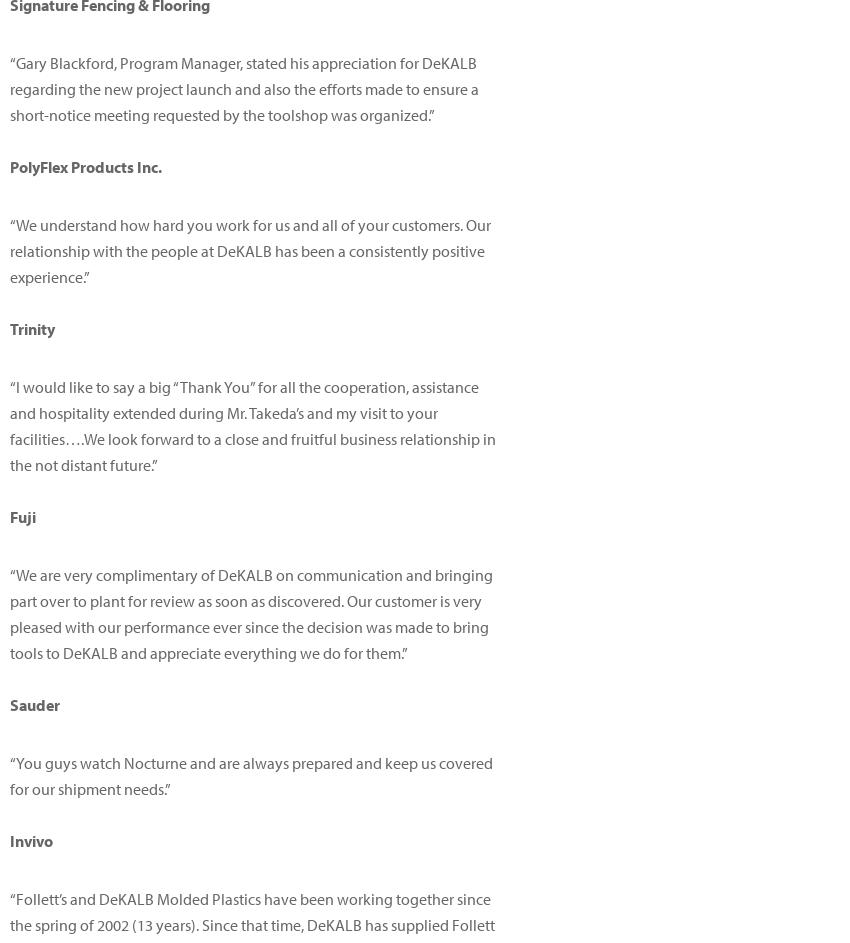 The width and height of the screenshot is (850, 943). I want to click on 'PolyFlex Products Inc.', so click(85, 166).